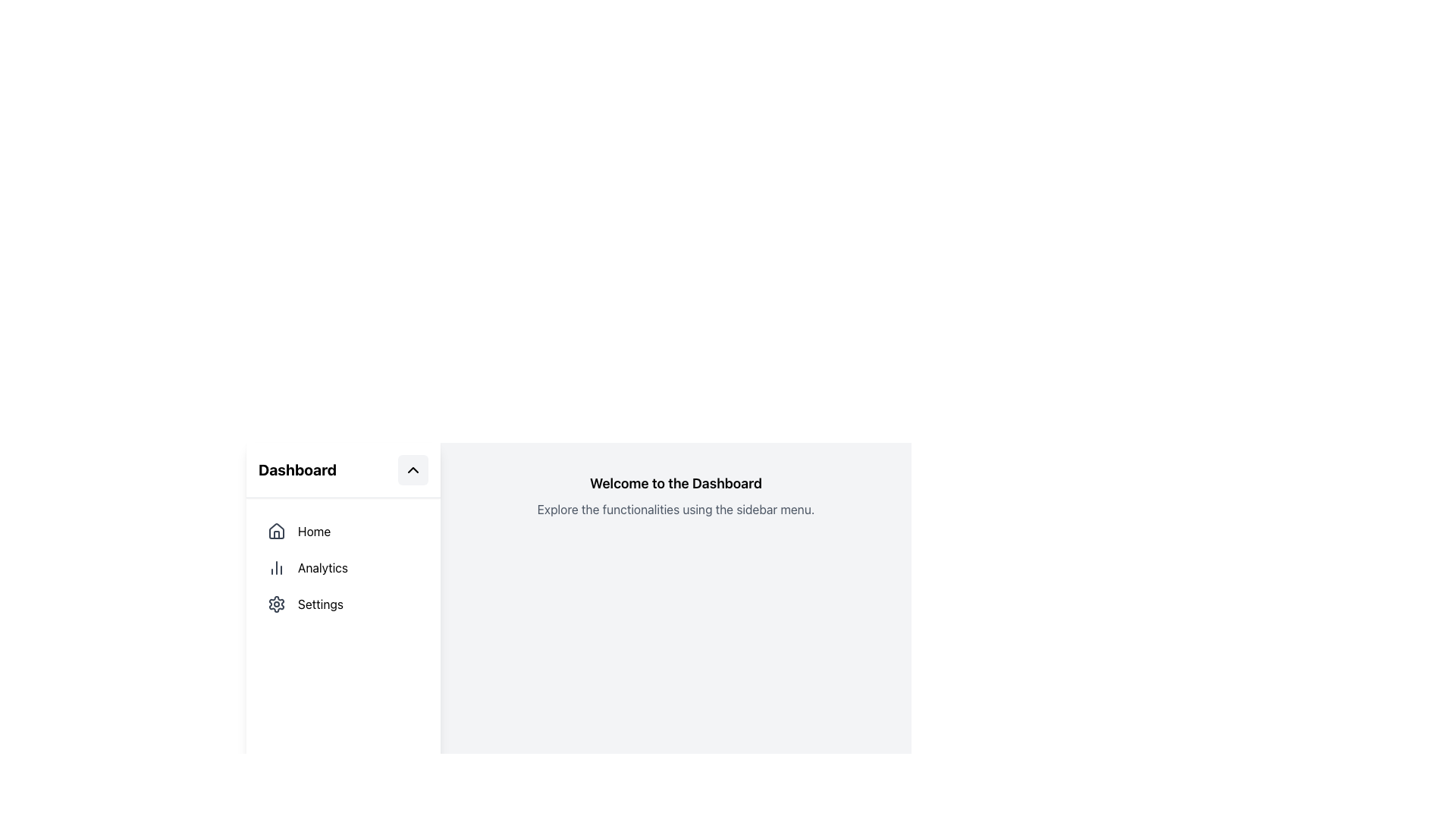 The image size is (1456, 819). What do you see at coordinates (276, 604) in the screenshot?
I see `the settings SVG-based icon located in the left vertical sidebar, which is positioned below the 'Analytics' button` at bounding box center [276, 604].